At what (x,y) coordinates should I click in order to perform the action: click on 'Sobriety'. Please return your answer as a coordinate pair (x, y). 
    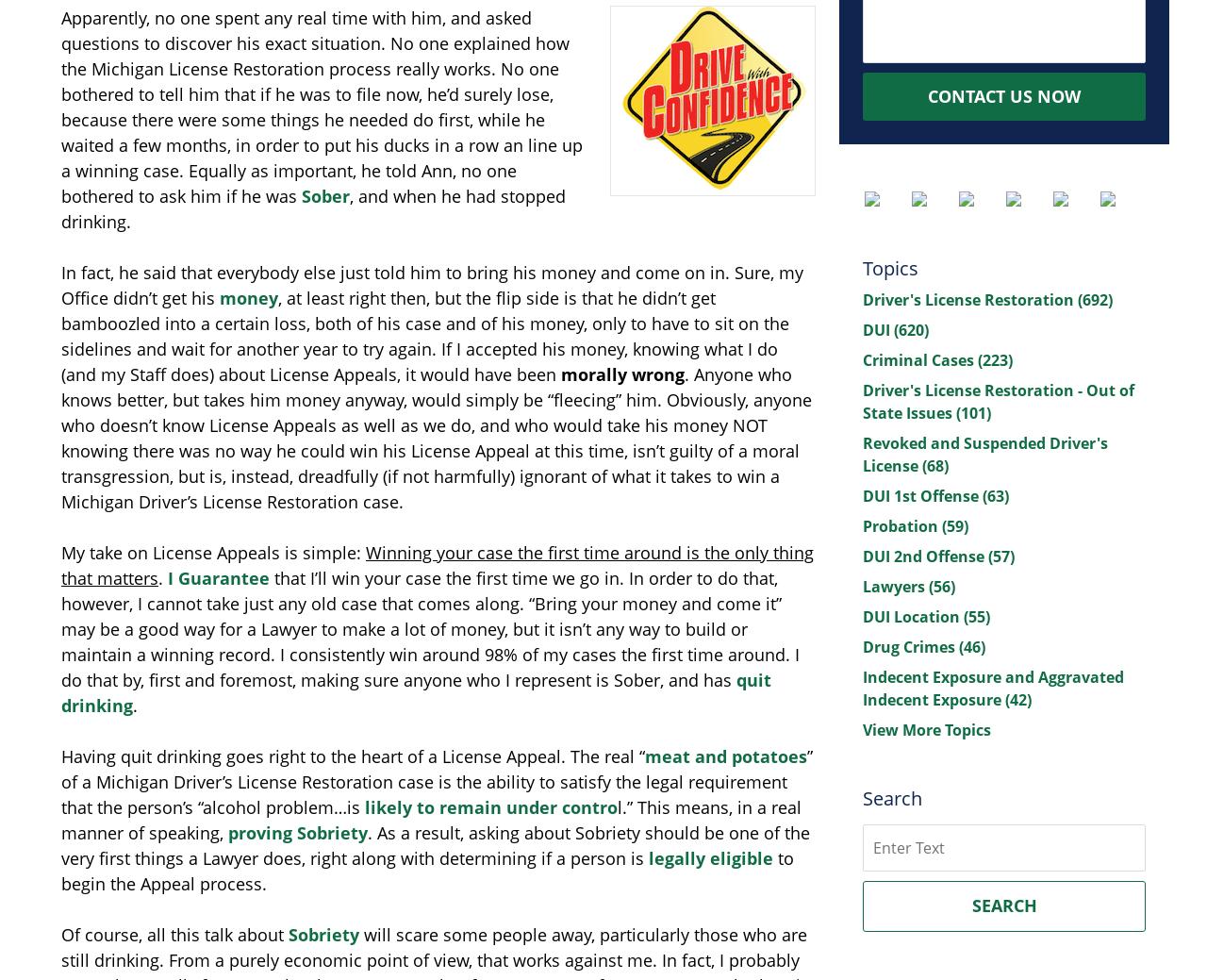
    Looking at the image, I should click on (323, 934).